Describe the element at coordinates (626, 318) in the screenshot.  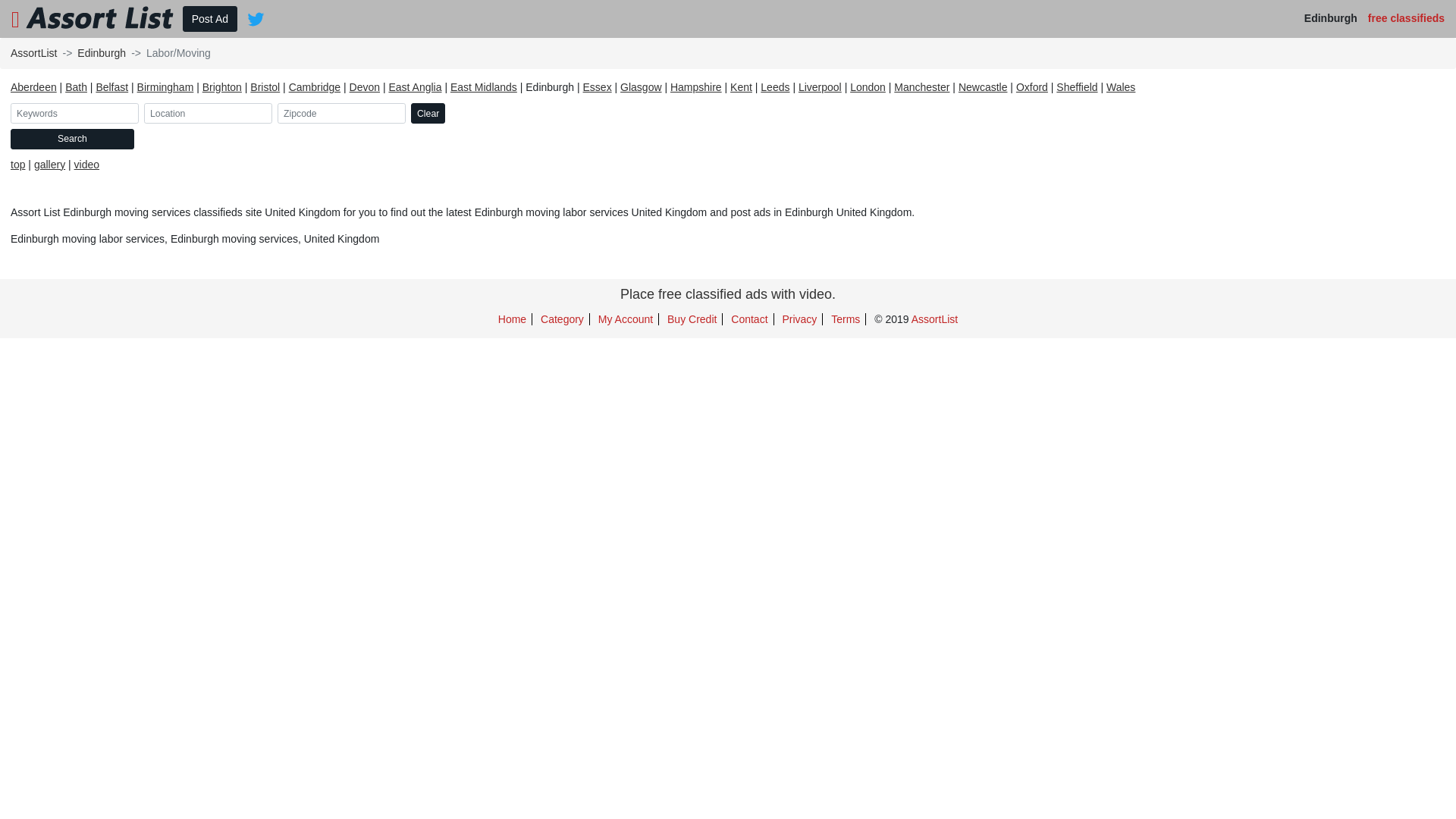
I see `'My Account'` at that location.